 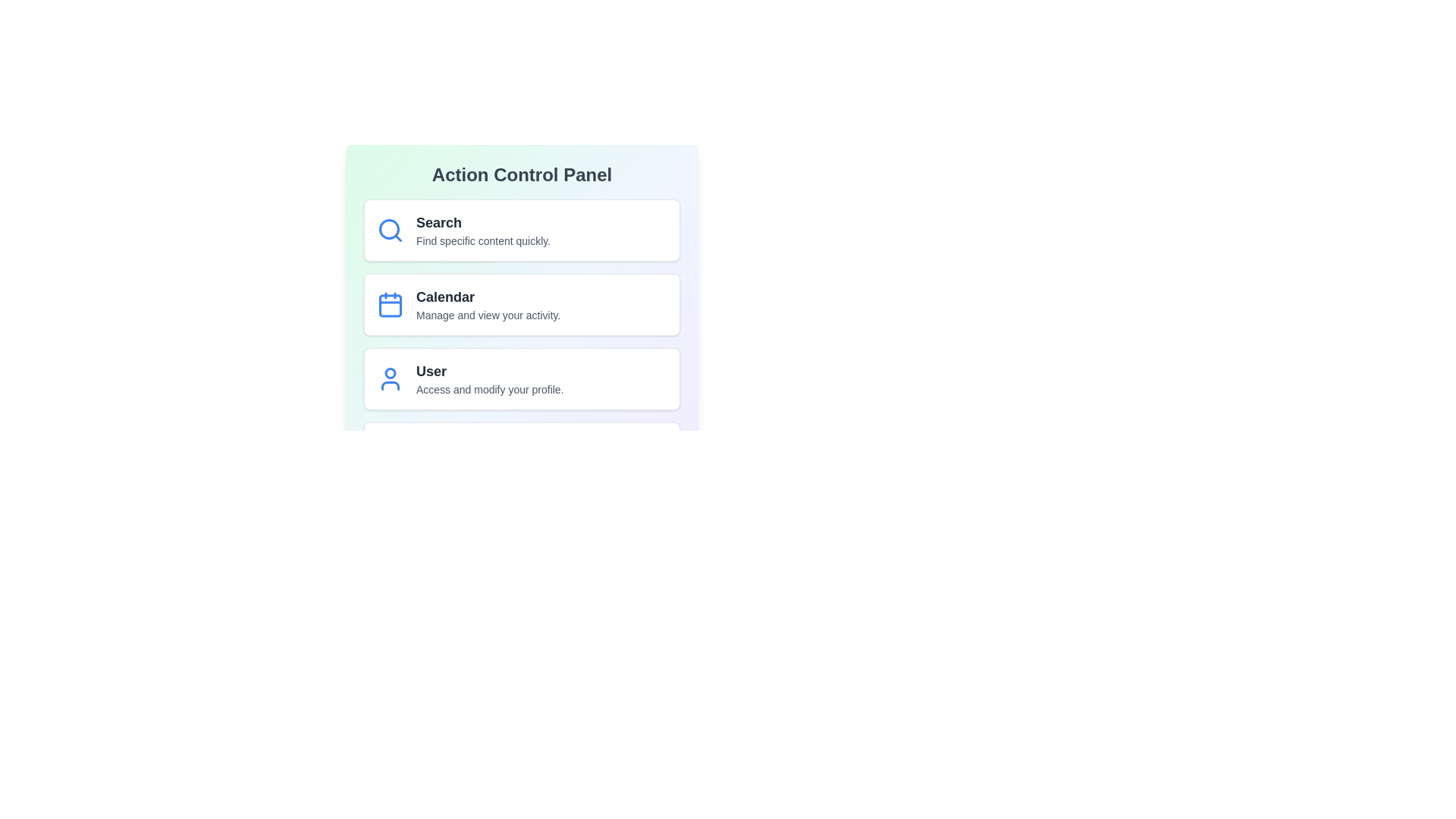 What do you see at coordinates (482, 240) in the screenshot?
I see `the descriptive Text label under the 'Search' title` at bounding box center [482, 240].